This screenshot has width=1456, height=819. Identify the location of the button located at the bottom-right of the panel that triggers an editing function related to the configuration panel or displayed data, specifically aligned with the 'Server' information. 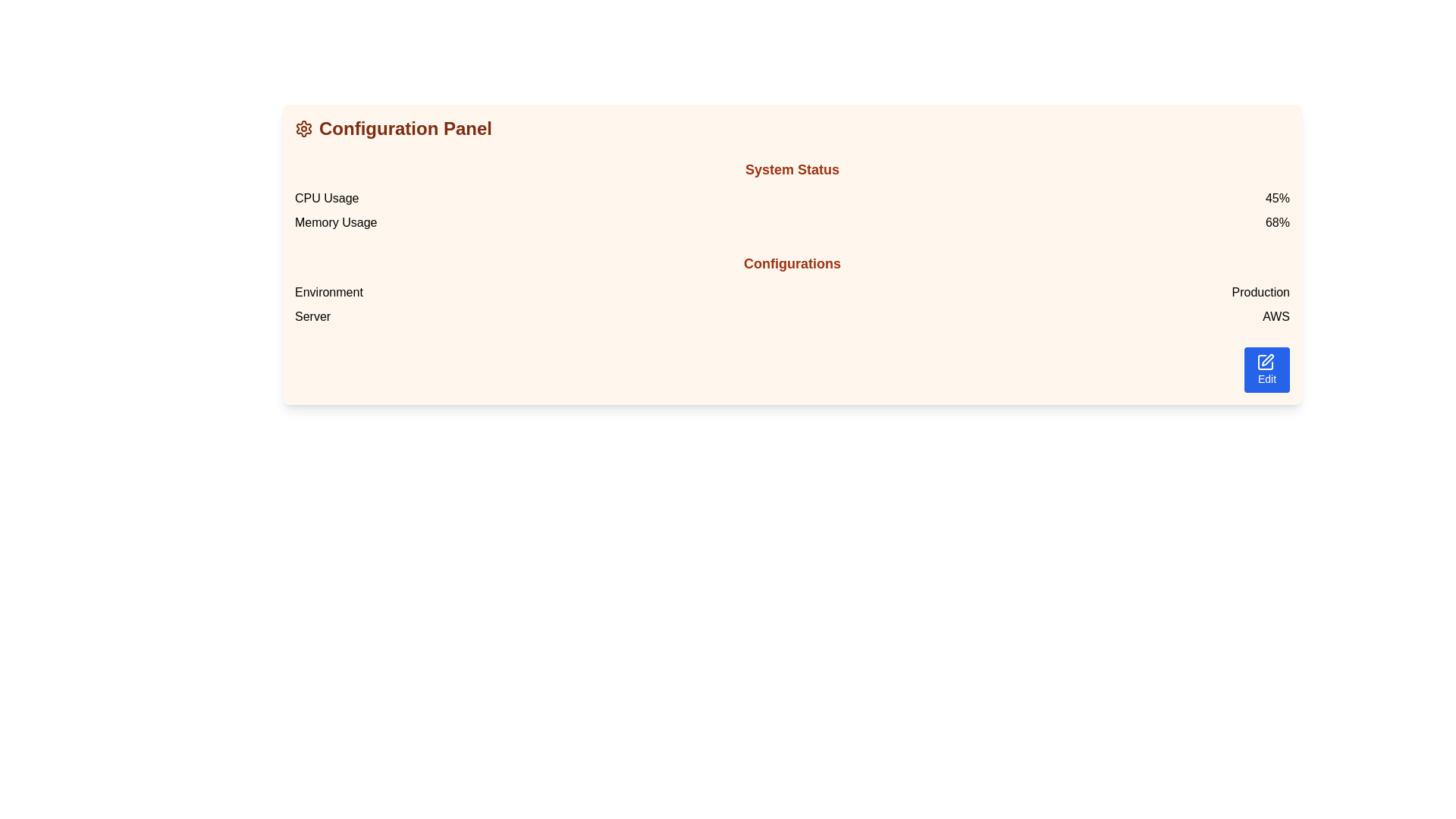
(1266, 369).